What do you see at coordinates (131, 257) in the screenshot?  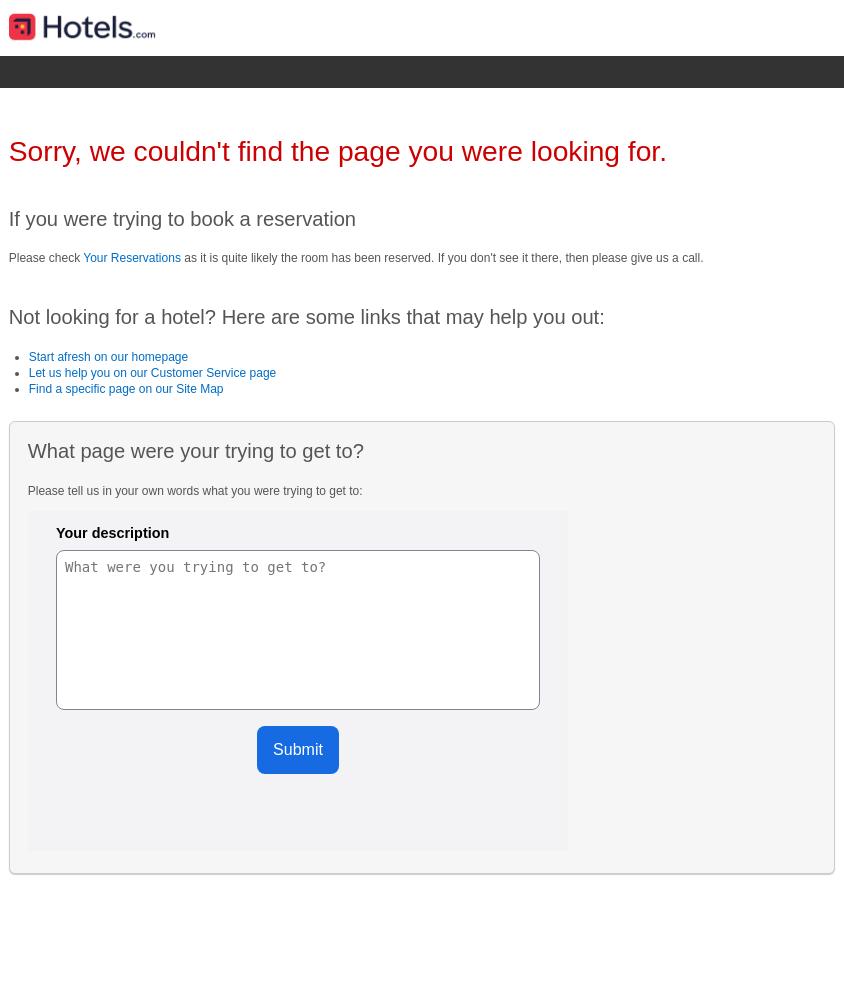 I see `'Your Reservations'` at bounding box center [131, 257].